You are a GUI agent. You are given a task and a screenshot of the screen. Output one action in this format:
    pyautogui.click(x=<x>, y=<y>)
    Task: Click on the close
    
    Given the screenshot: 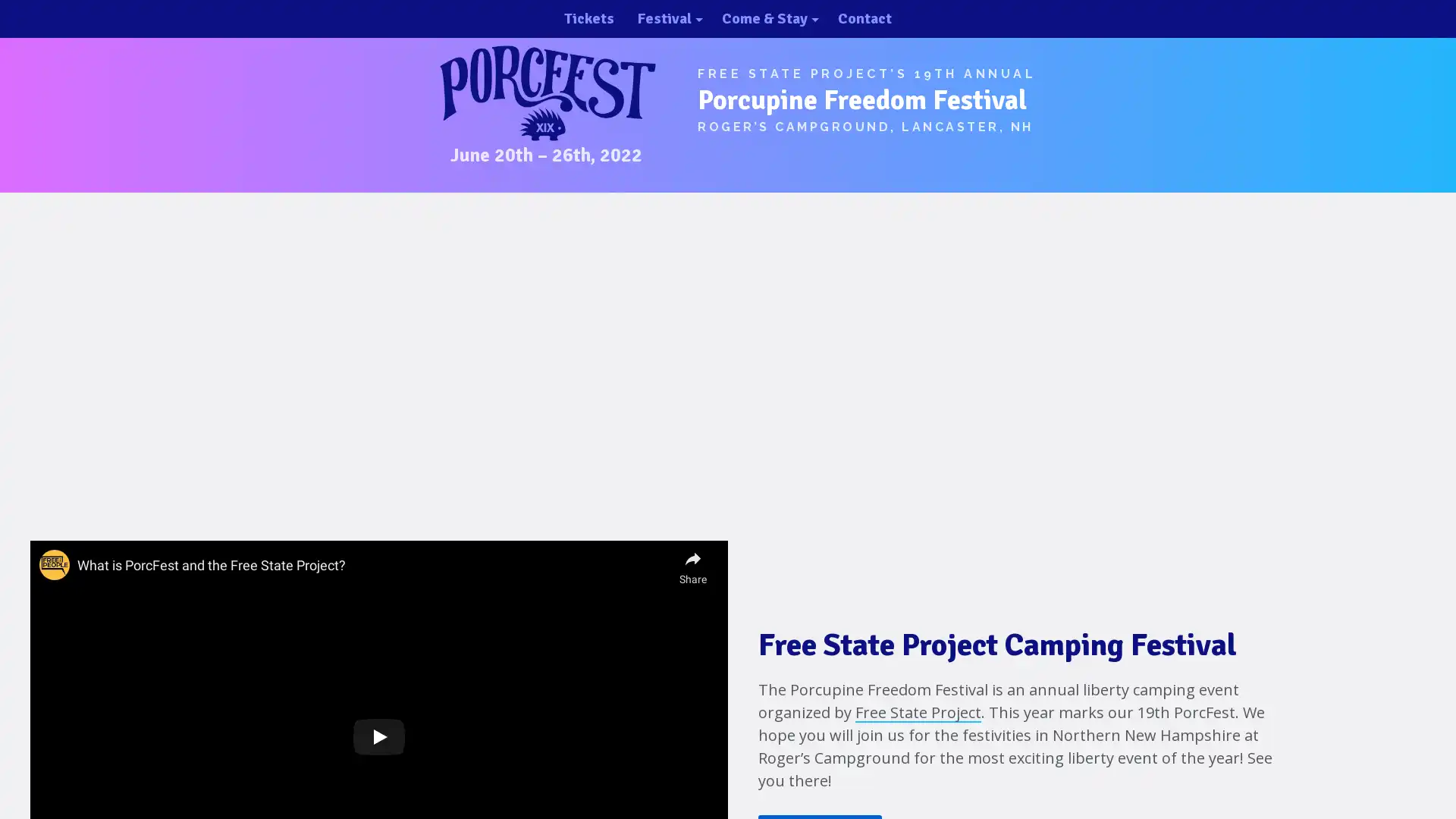 What is the action you would take?
    pyautogui.click(x=1407, y=61)
    